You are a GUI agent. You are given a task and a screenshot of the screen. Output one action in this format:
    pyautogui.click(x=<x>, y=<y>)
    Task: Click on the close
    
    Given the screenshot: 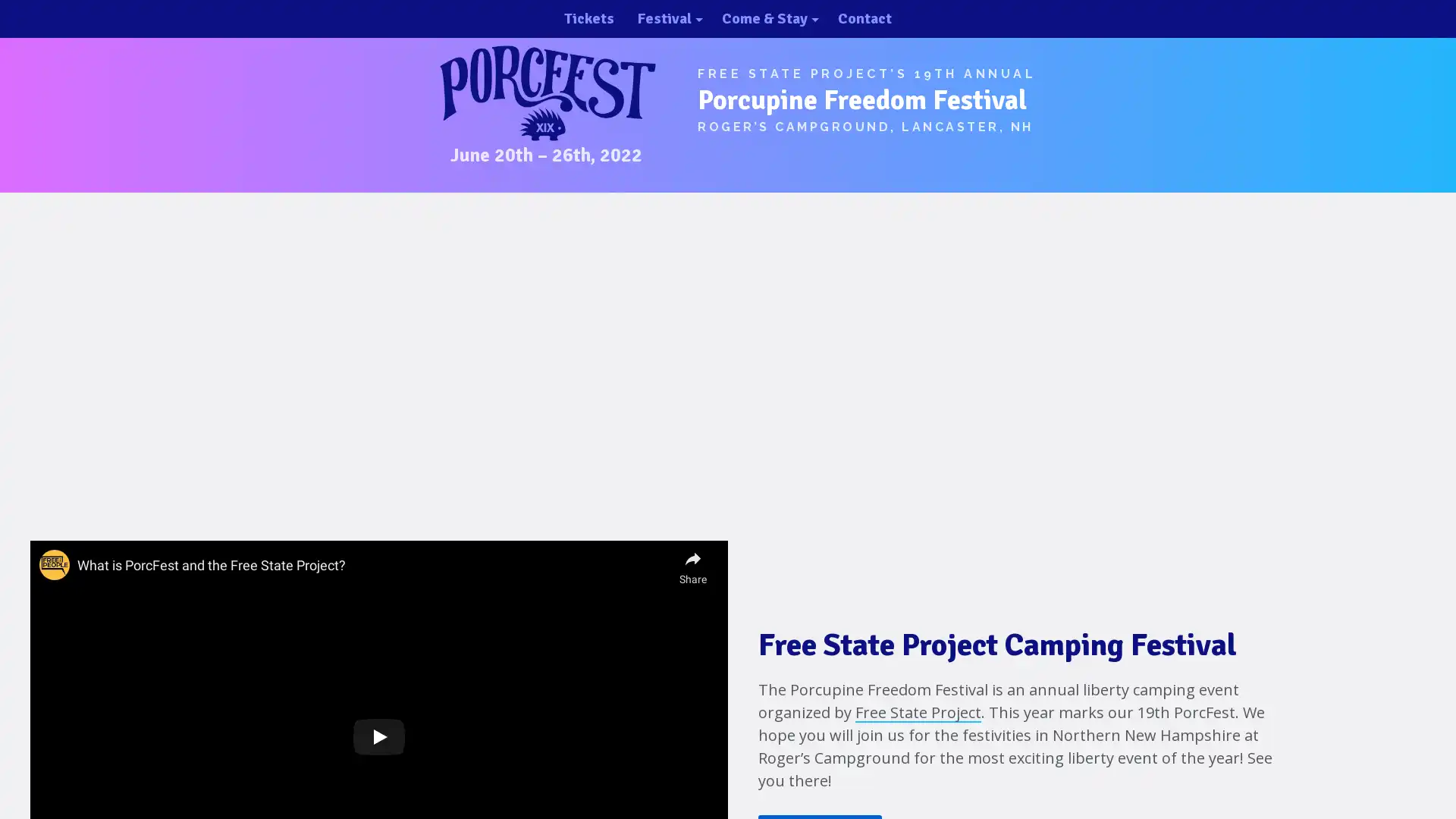 What is the action you would take?
    pyautogui.click(x=1407, y=61)
    